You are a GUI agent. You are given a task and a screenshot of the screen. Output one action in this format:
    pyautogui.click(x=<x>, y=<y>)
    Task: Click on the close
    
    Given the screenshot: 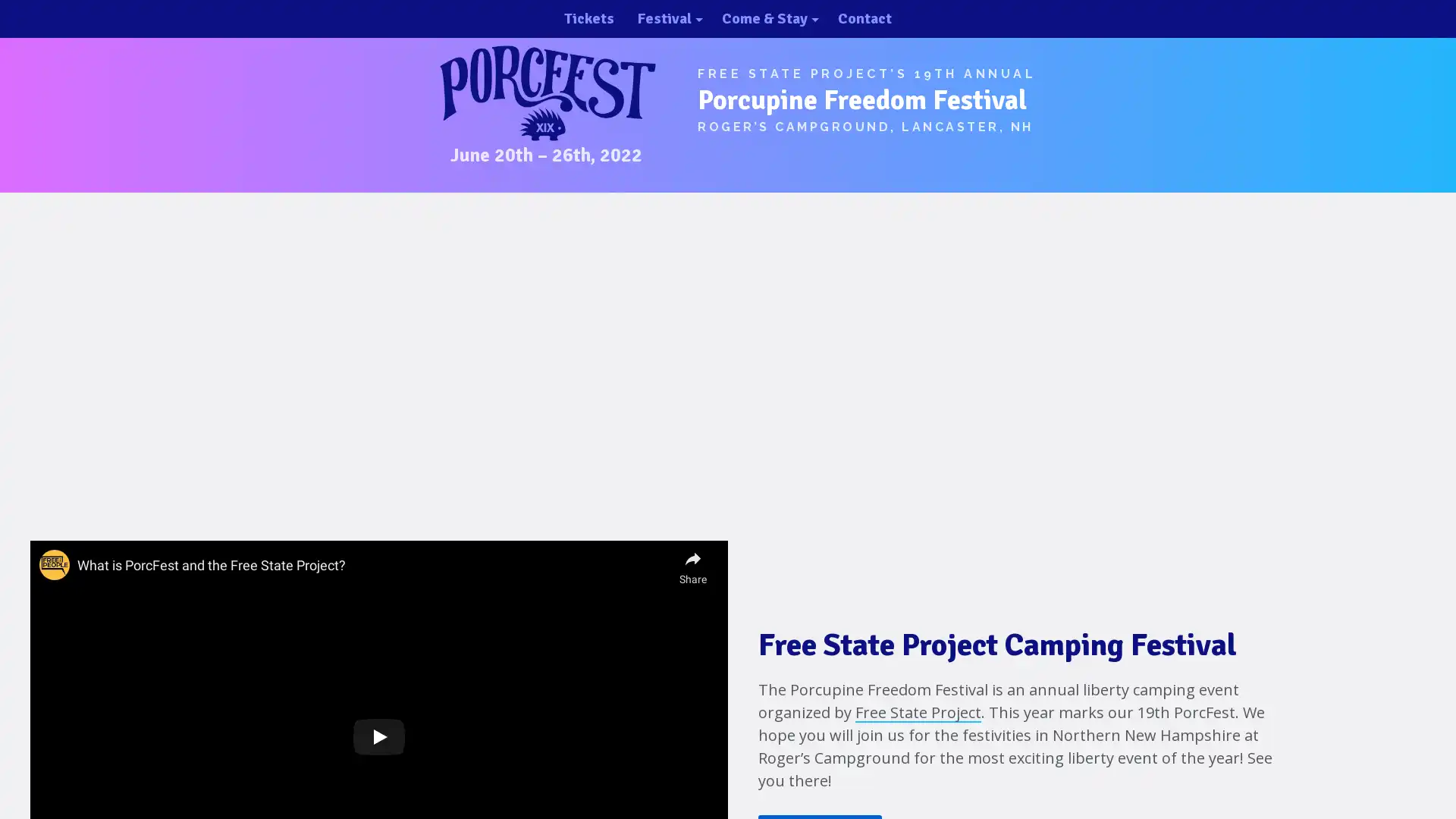 What is the action you would take?
    pyautogui.click(x=1407, y=61)
    